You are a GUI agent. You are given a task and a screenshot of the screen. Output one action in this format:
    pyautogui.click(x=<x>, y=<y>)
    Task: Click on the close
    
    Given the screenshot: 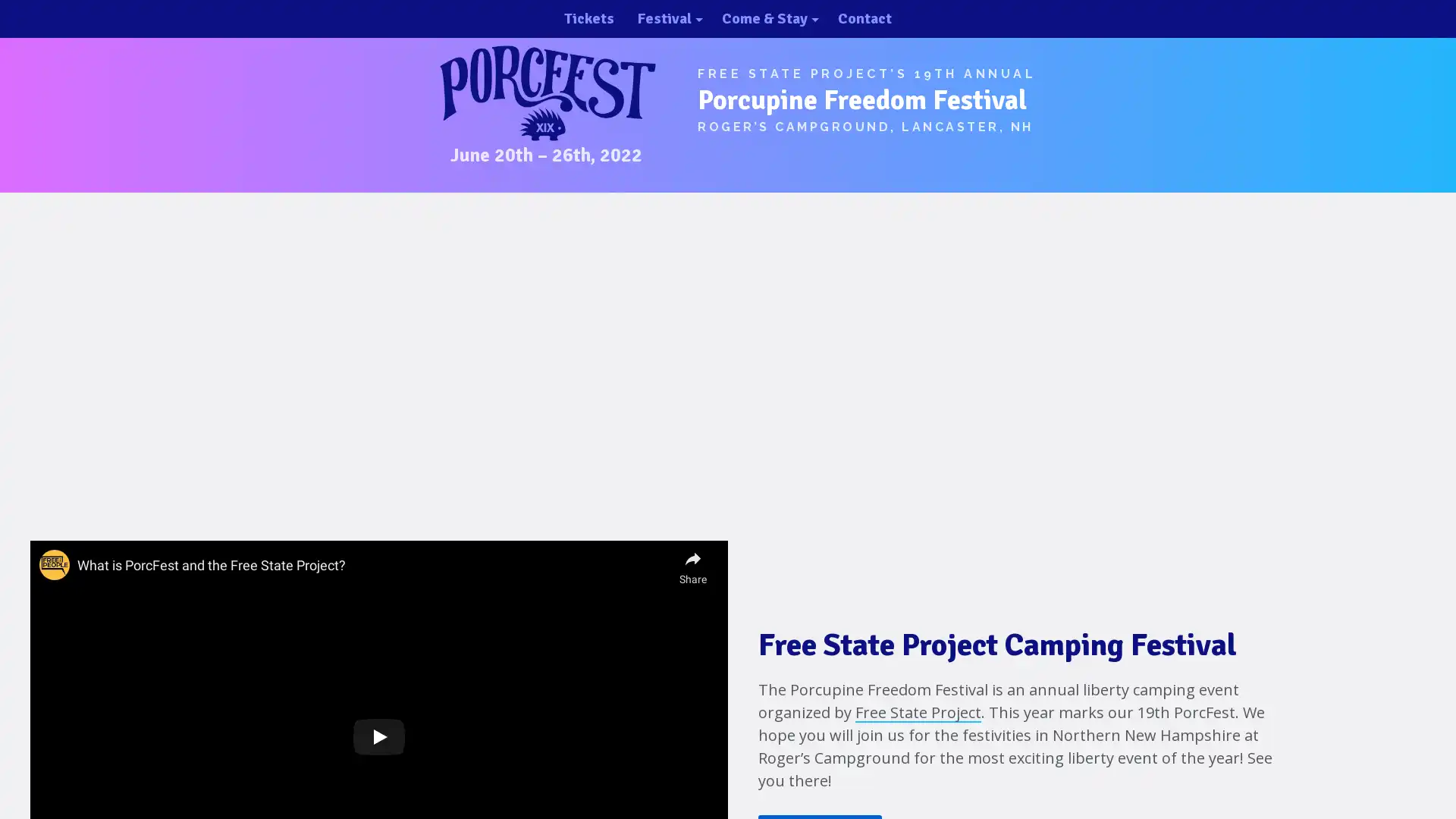 What is the action you would take?
    pyautogui.click(x=1407, y=61)
    